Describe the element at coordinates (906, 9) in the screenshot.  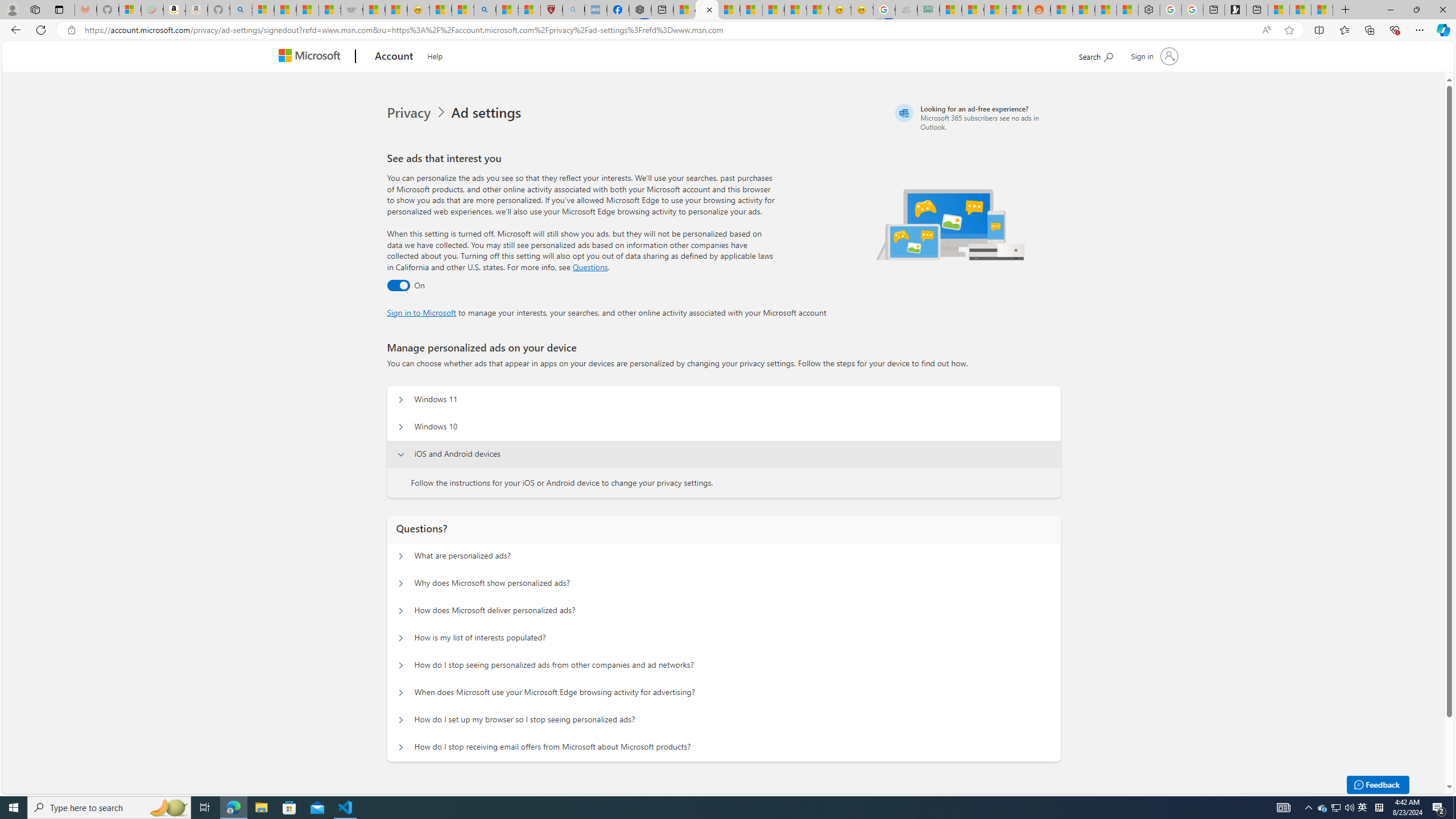
I see `'Navy Quest'` at that location.